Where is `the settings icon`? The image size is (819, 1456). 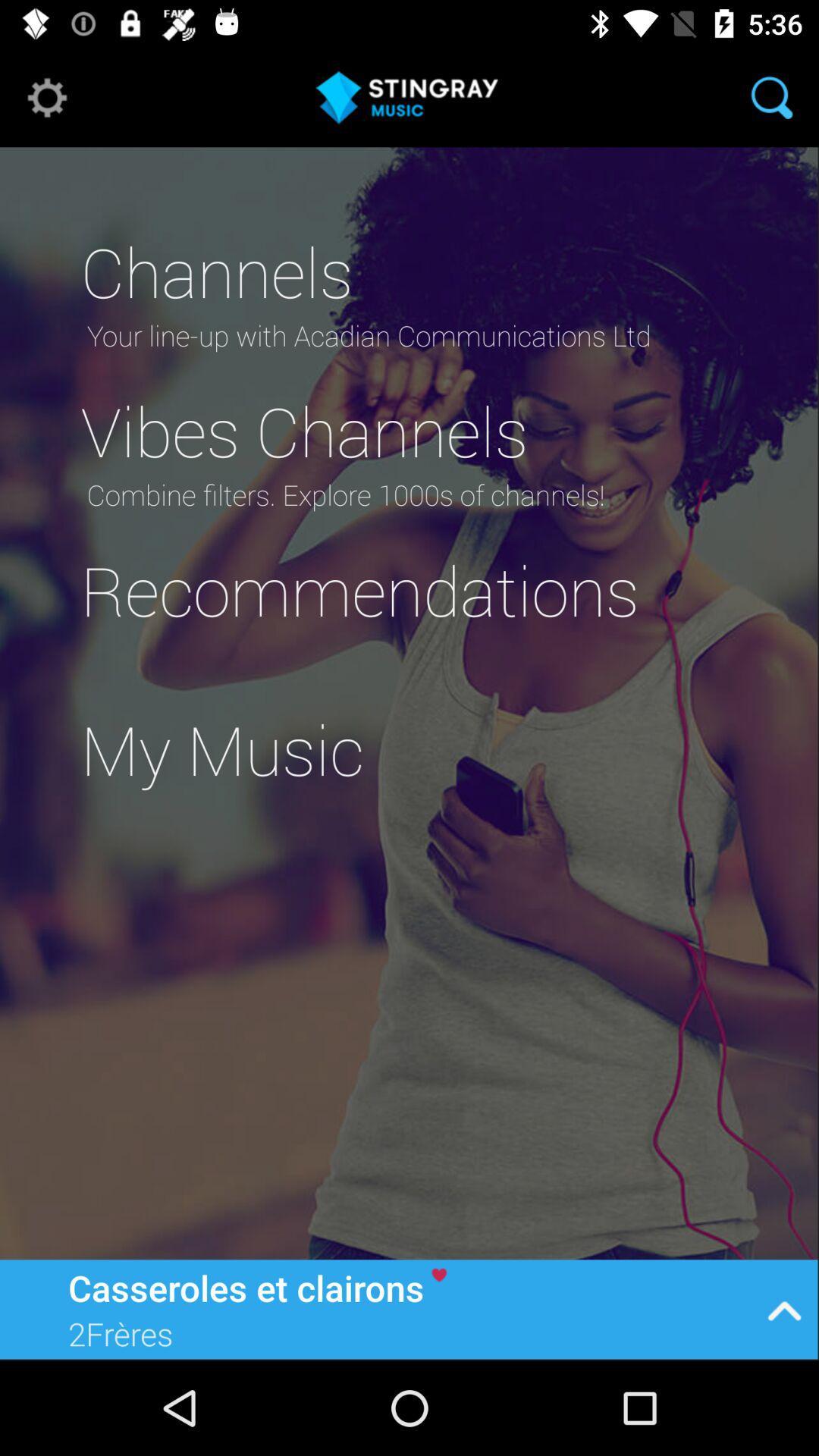 the settings icon is located at coordinates (46, 96).